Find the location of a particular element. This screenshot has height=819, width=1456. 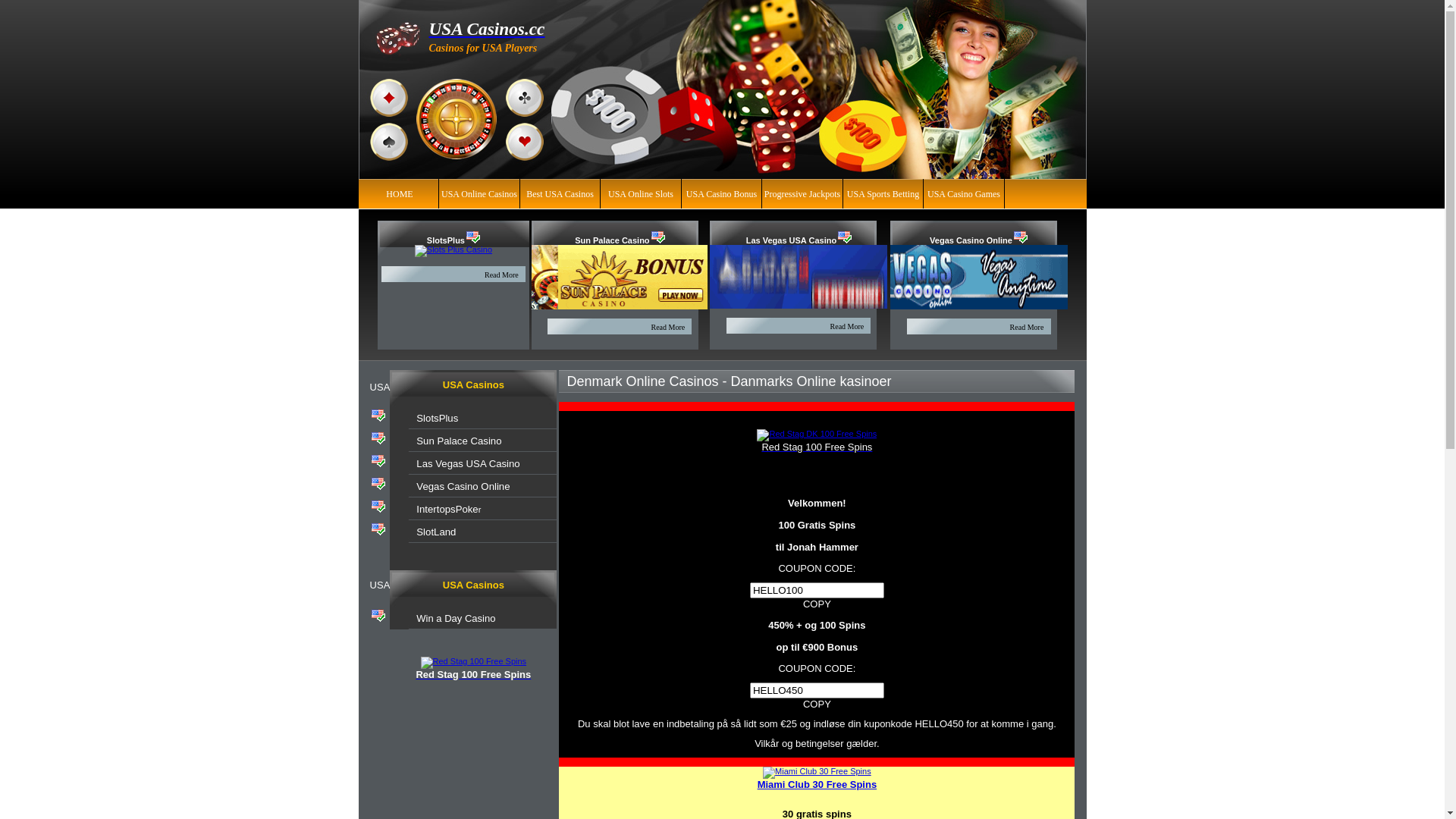

'USA Online Casinos' is located at coordinates (440, 192).